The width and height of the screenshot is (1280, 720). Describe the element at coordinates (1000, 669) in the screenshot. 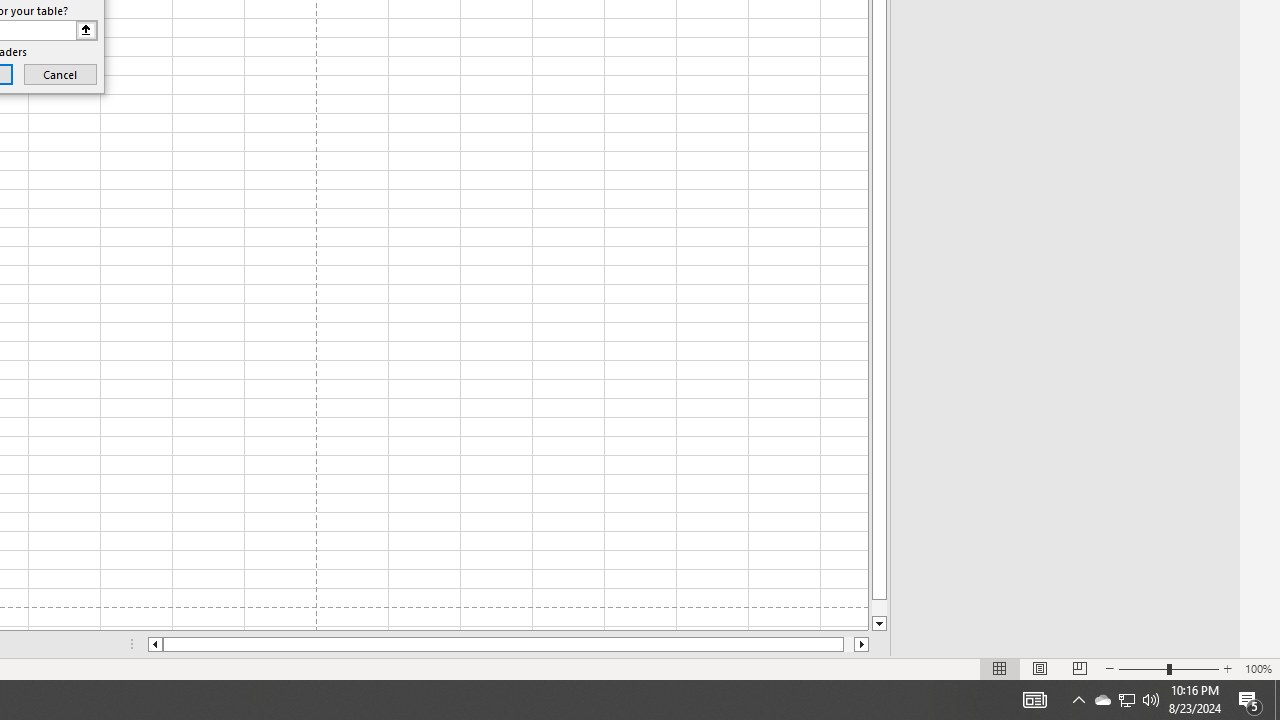

I see `'Normal'` at that location.